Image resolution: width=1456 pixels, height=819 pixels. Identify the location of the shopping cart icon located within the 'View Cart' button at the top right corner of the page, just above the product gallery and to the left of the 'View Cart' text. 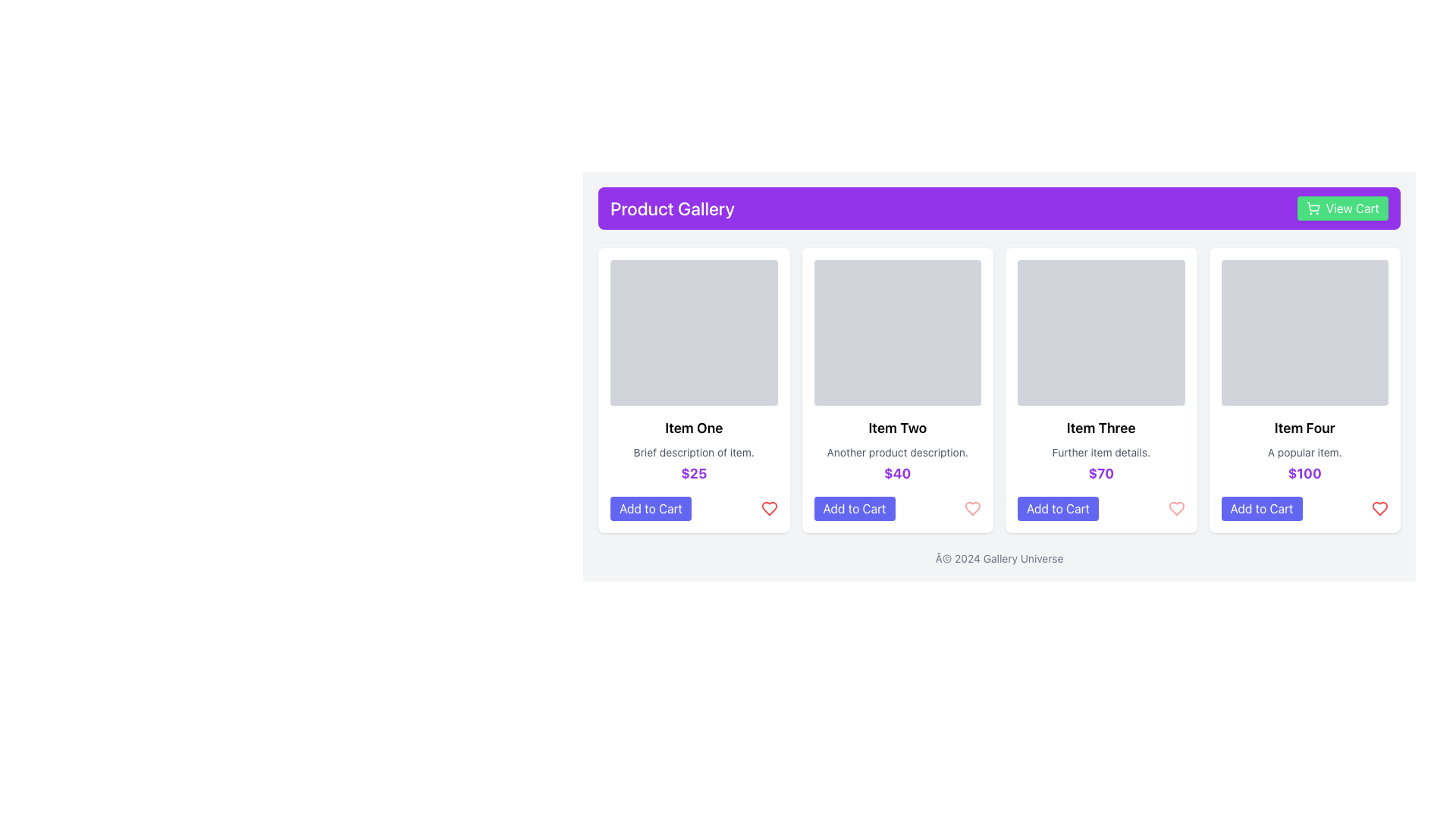
(1312, 208).